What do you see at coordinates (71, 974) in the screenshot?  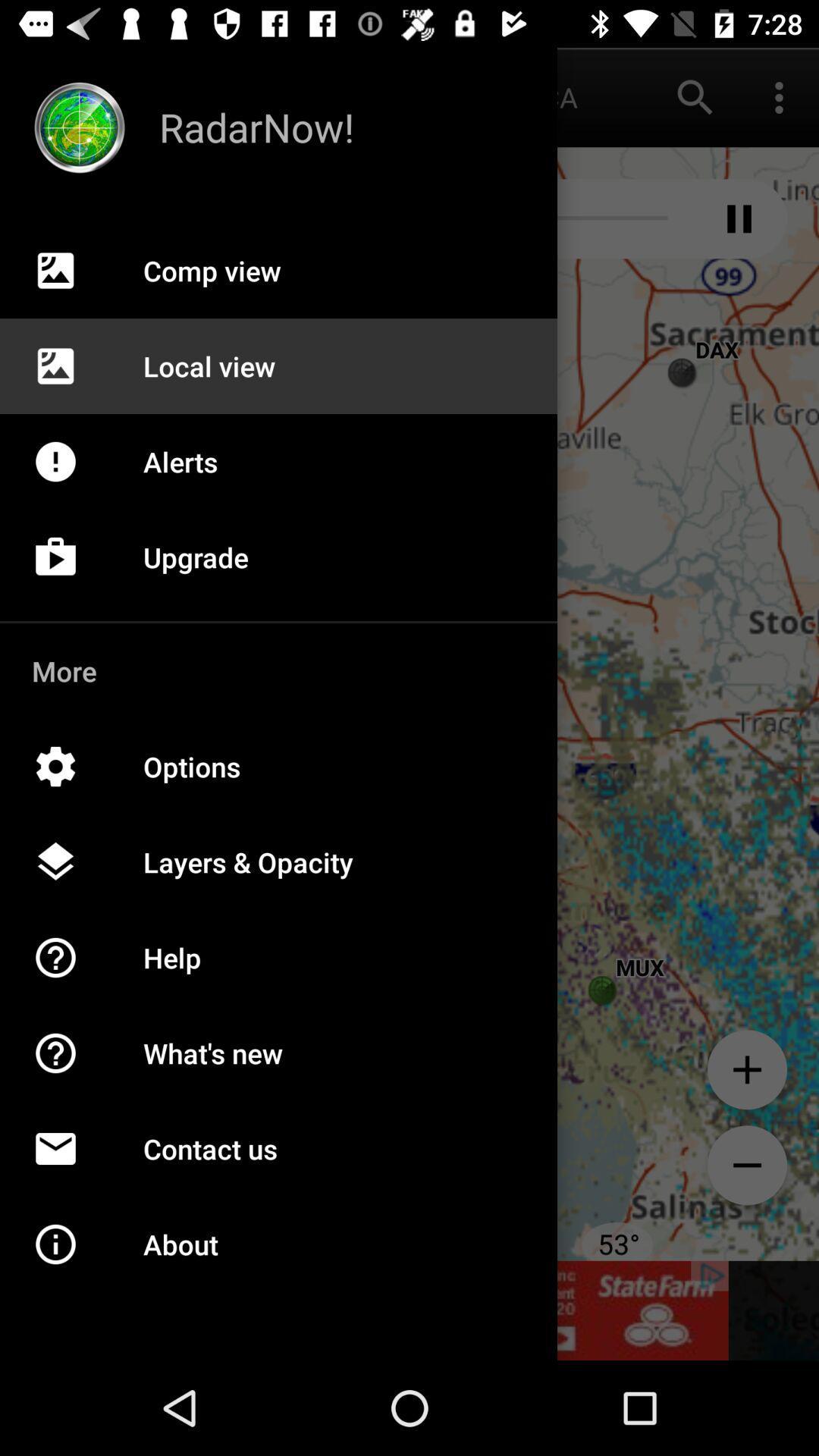 I see `the help icon` at bounding box center [71, 974].